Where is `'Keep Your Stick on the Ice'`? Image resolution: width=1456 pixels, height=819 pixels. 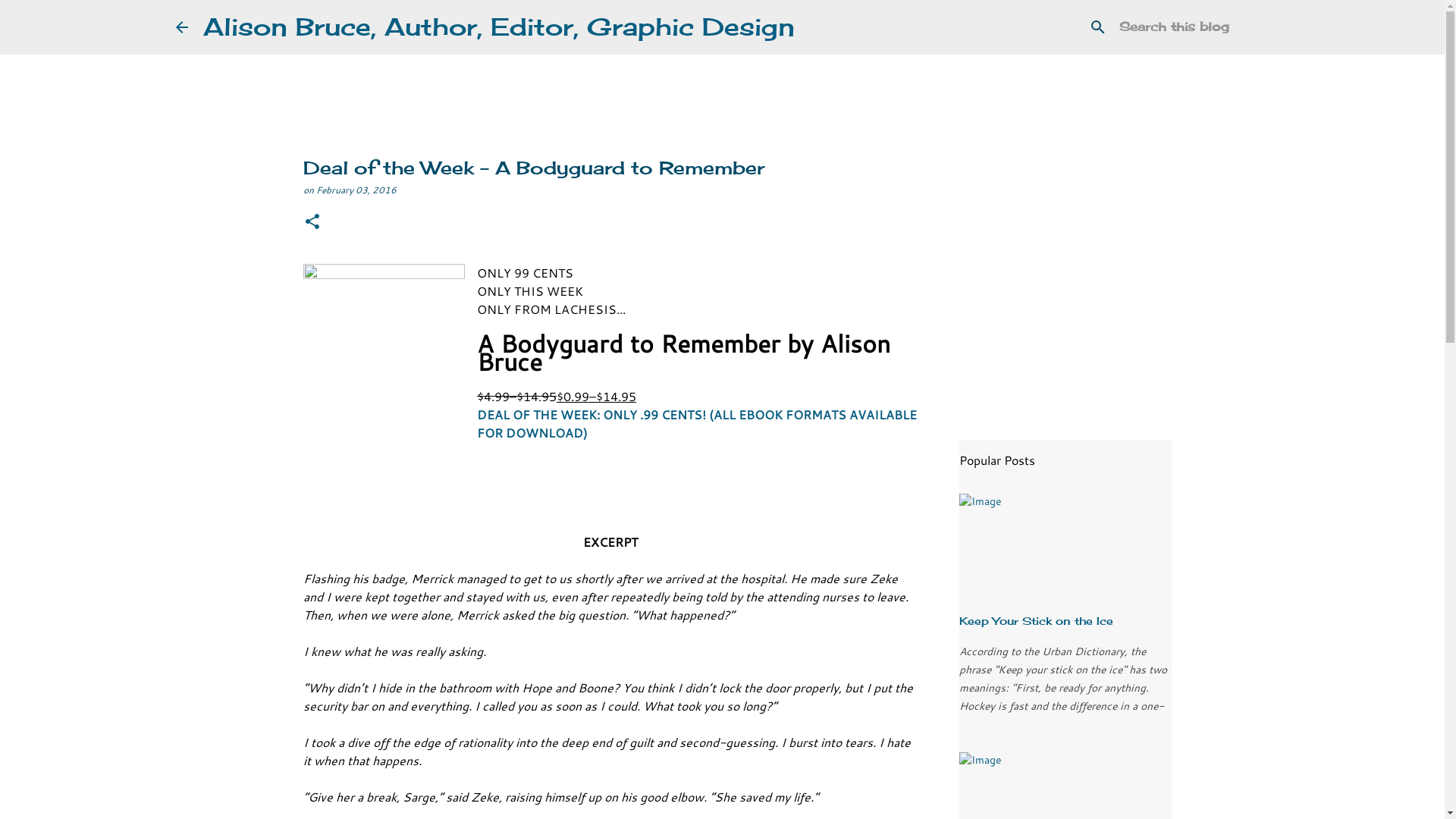 'Keep Your Stick on the Ice' is located at coordinates (1035, 620).